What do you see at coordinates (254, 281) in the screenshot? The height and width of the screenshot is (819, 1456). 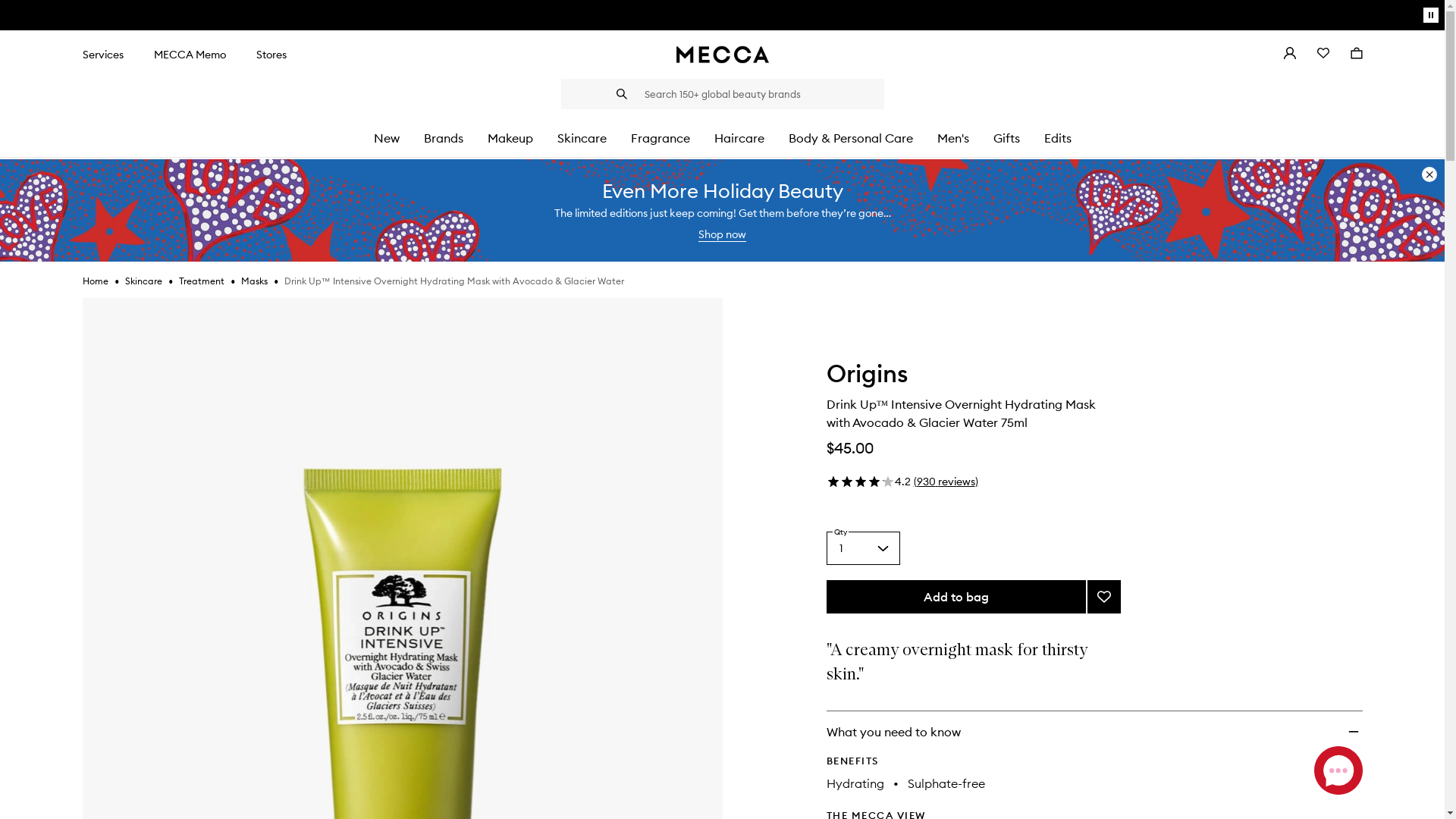 I see `'Masks'` at bounding box center [254, 281].